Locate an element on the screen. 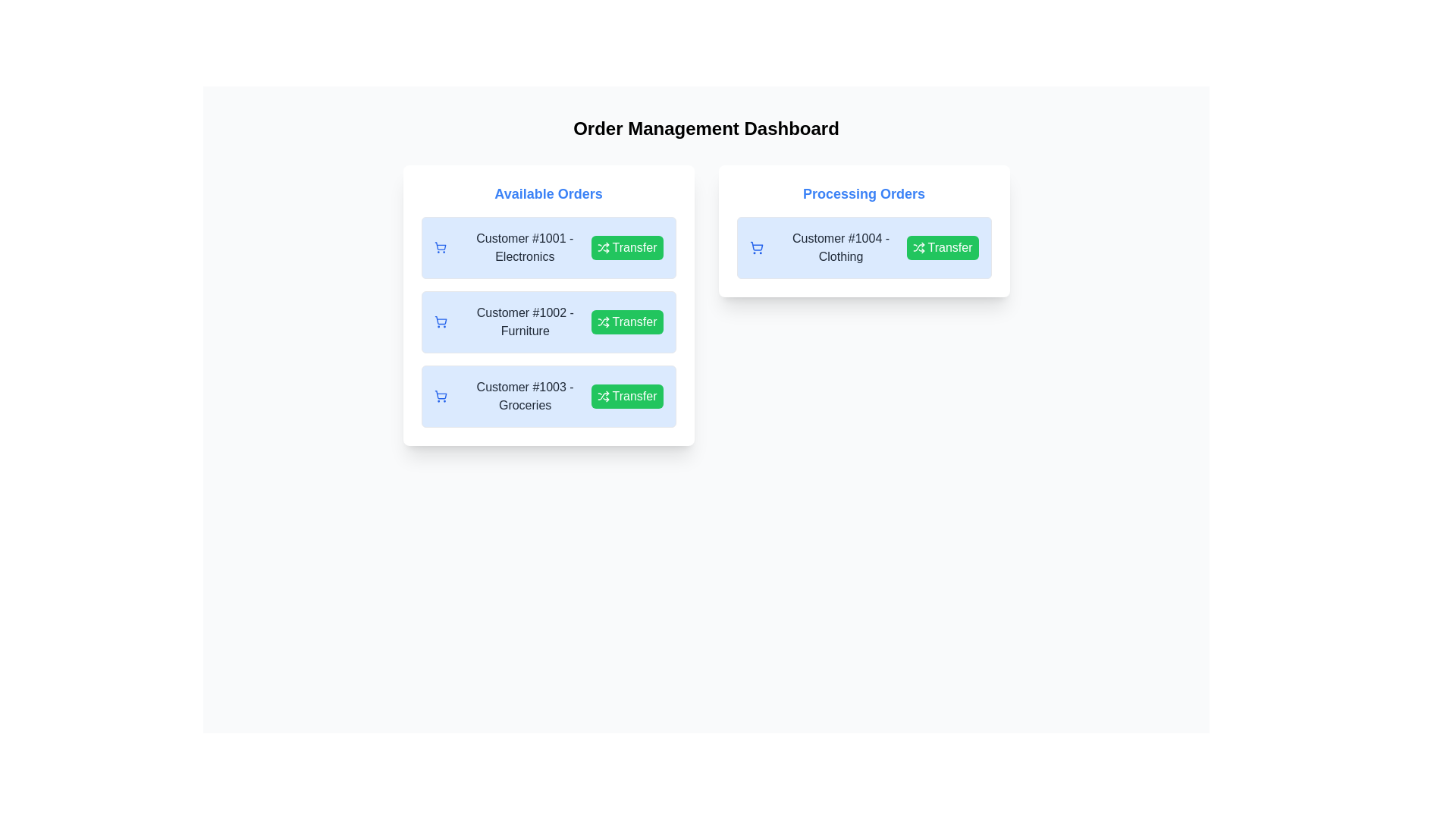 This screenshot has height=819, width=1456. the text label representing 'Customer #1003 - Groceries' in the 'Available Orders' section, which is the third item in the list is located at coordinates (525, 396).